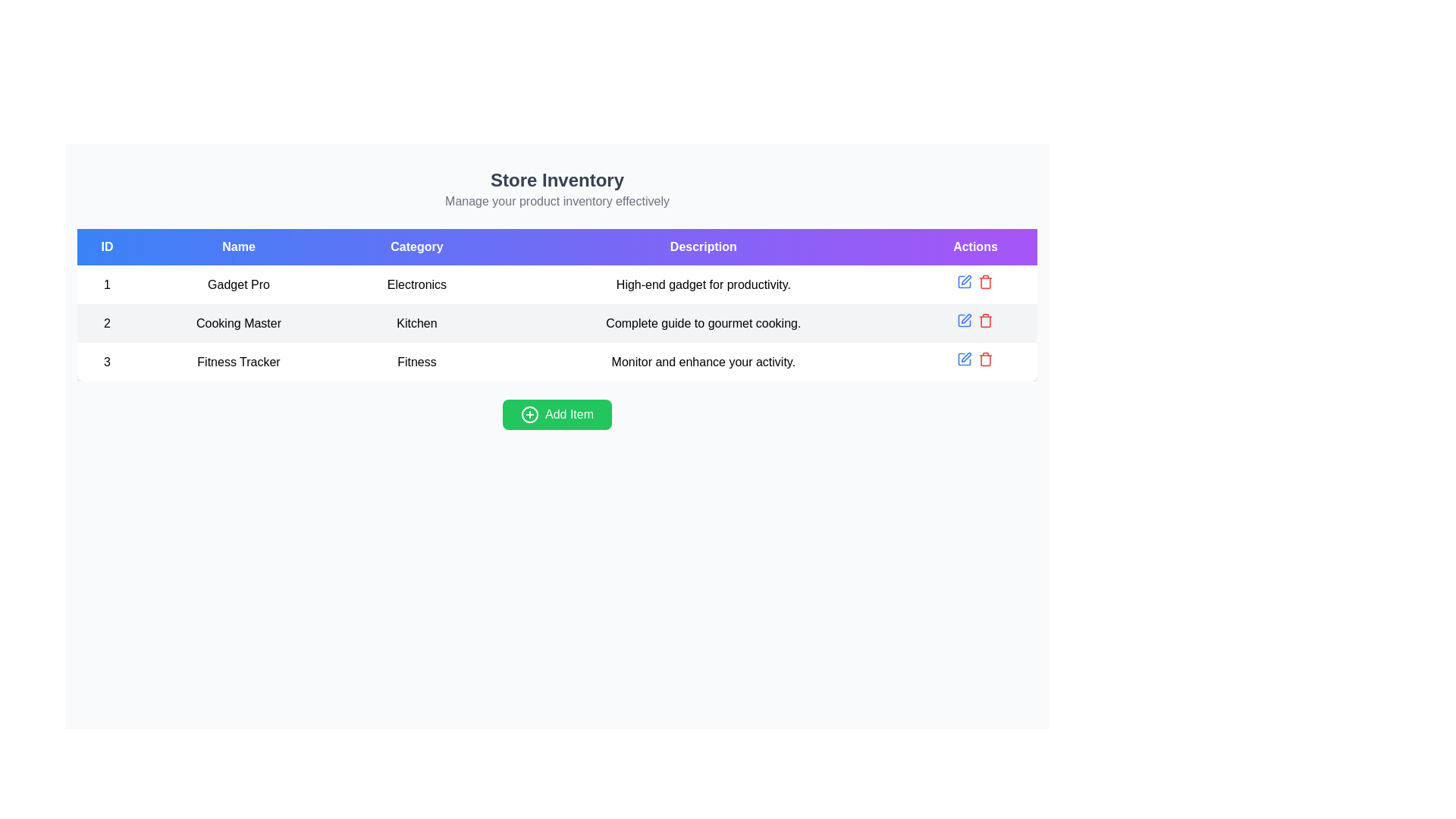 The height and width of the screenshot is (819, 1456). Describe the element at coordinates (106, 246) in the screenshot. I see `the static text label displaying 'ID' in white color, which is part of the horizontal table header and positioned as the first item in the row` at that location.